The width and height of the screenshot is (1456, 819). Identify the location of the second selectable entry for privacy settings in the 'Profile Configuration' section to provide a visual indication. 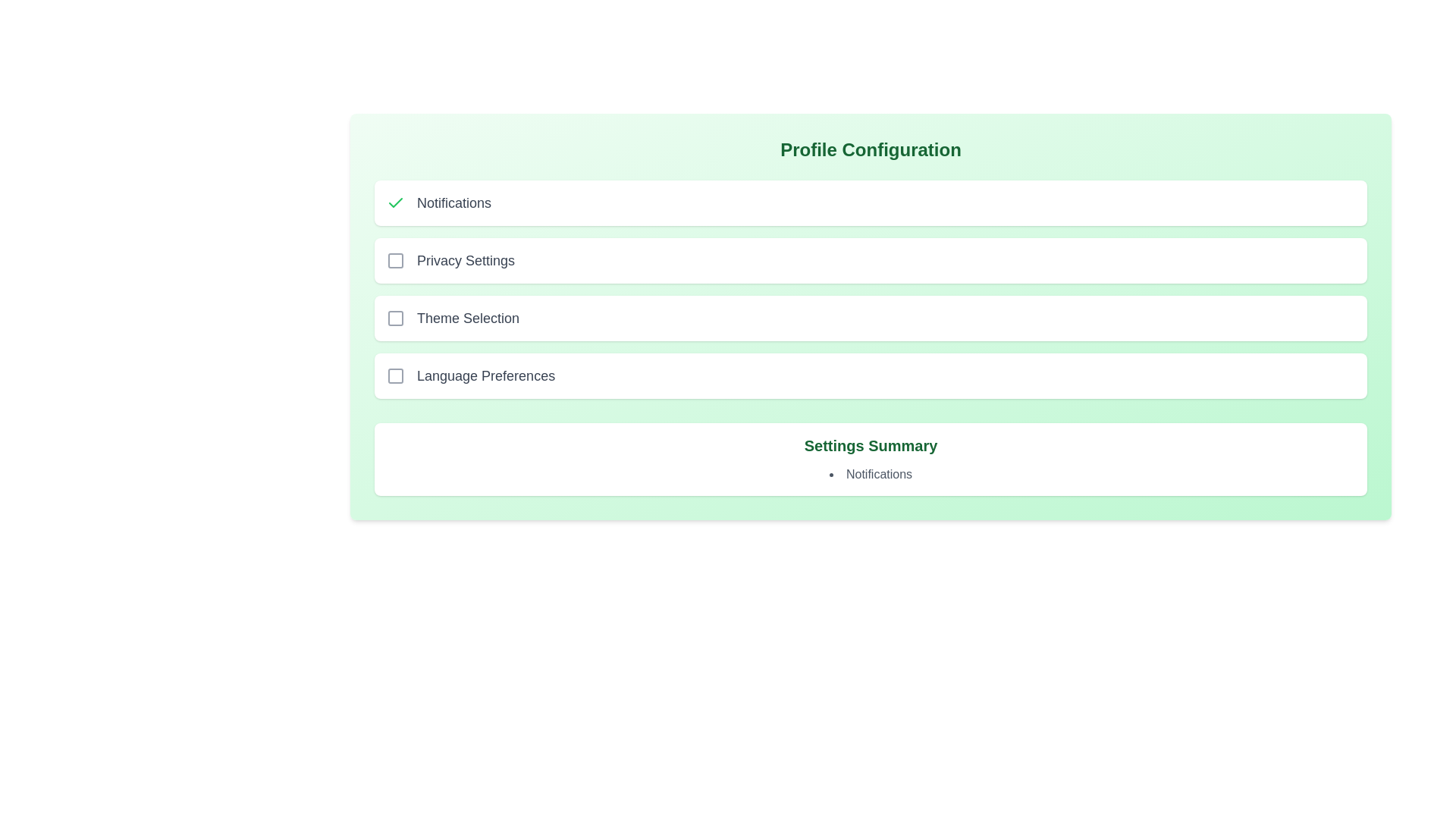
(871, 259).